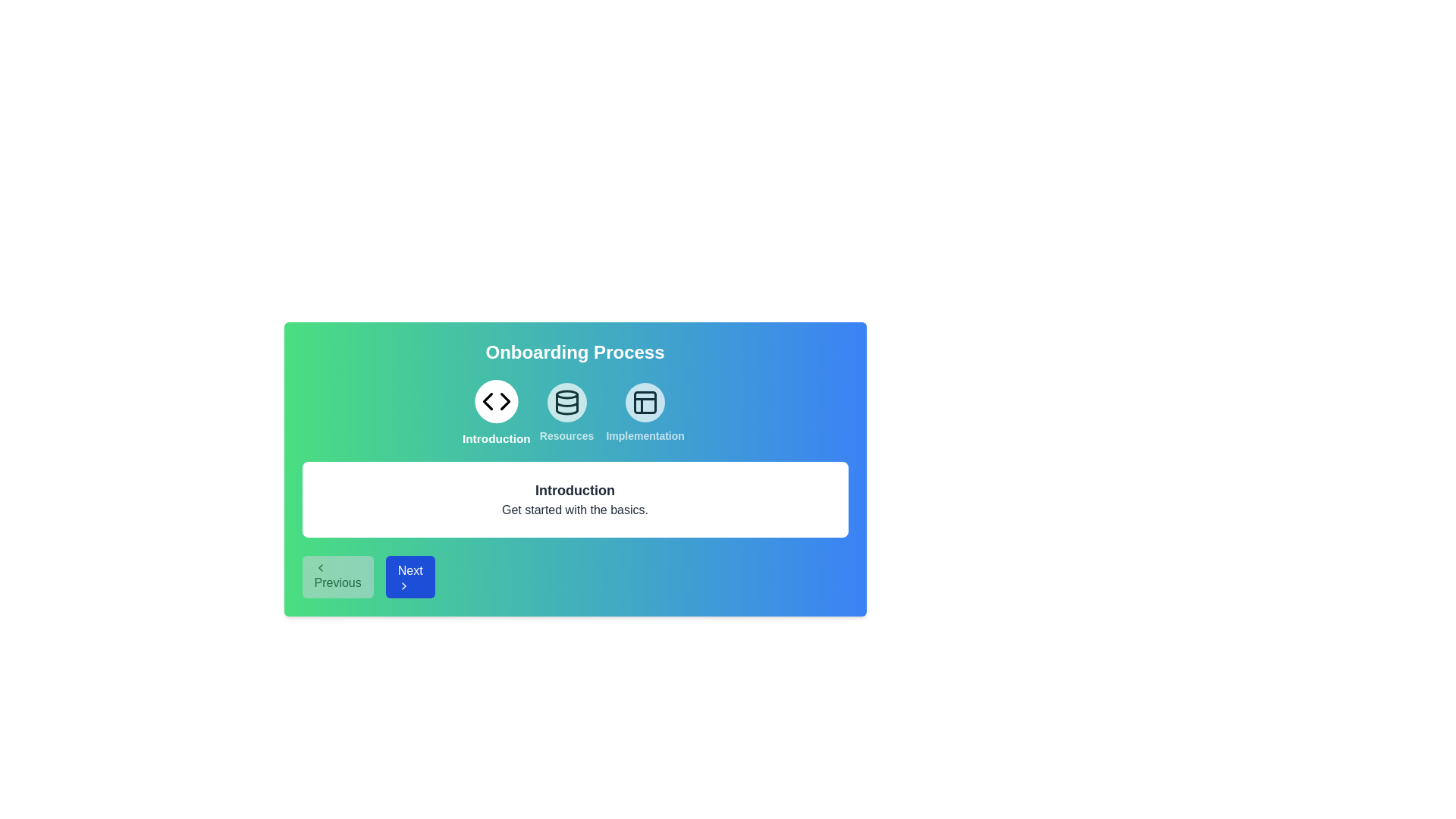 Image resolution: width=1456 pixels, height=819 pixels. What do you see at coordinates (566, 413) in the screenshot?
I see `the step icon corresponding to Resources to highlight it` at bounding box center [566, 413].